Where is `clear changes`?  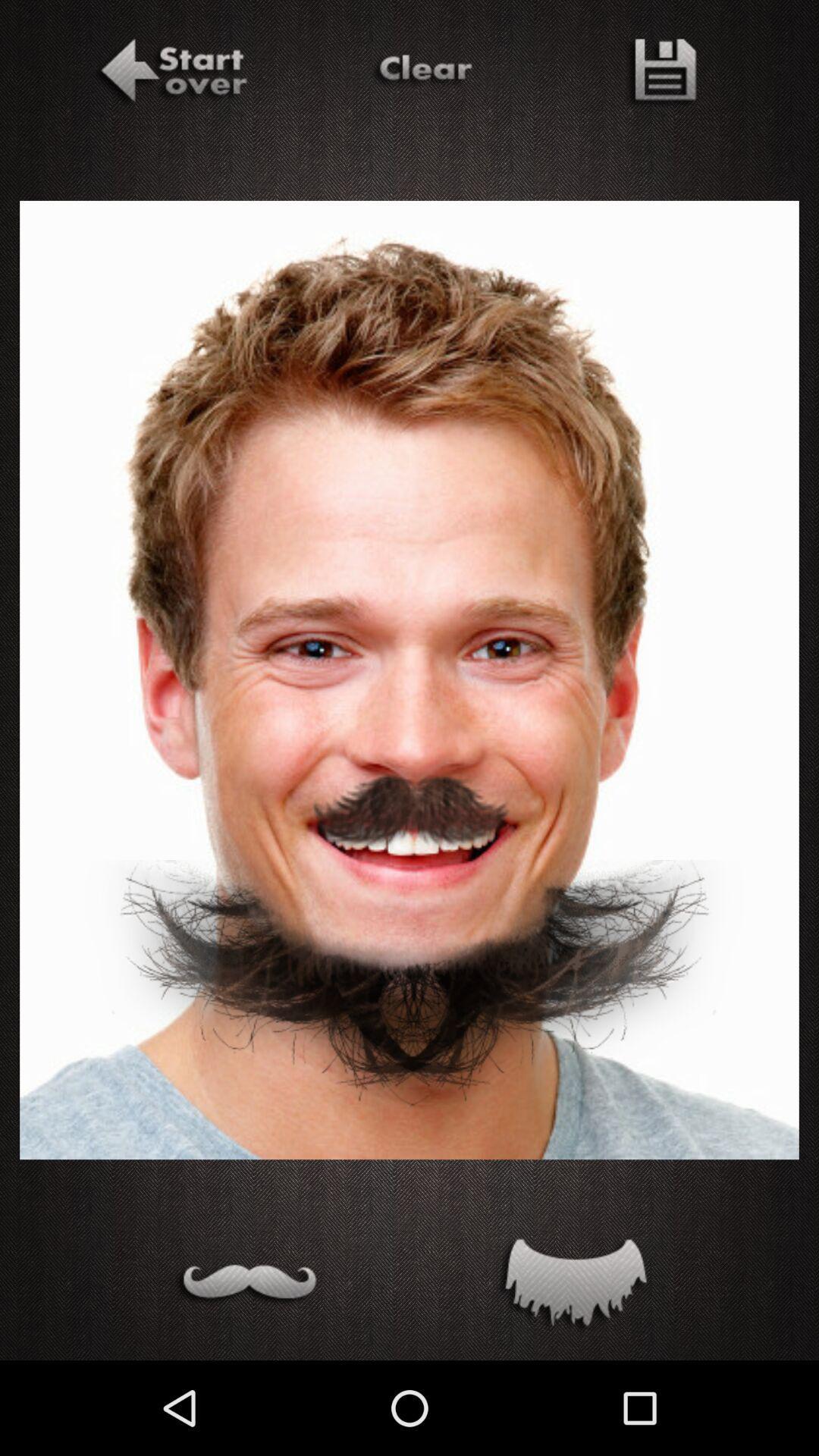
clear changes is located at coordinates (422, 73).